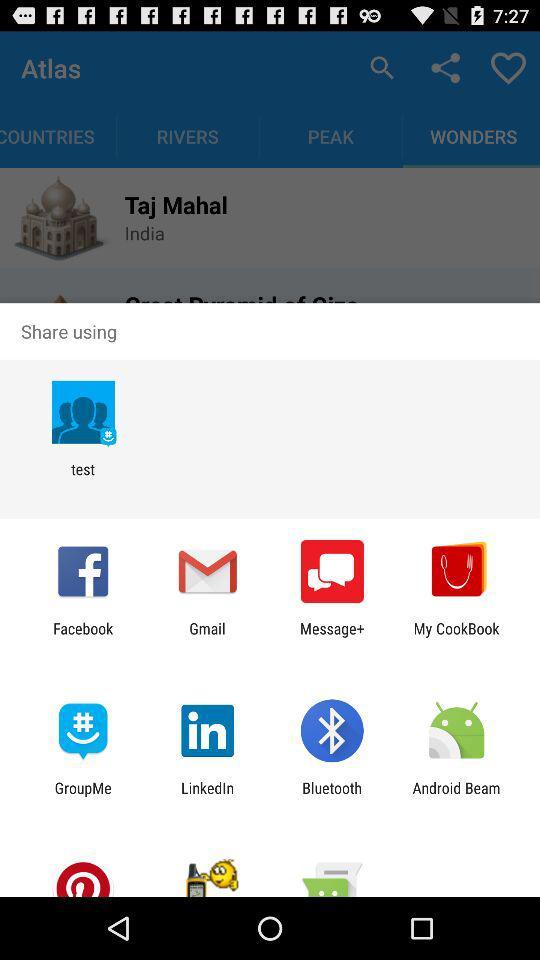 This screenshot has width=540, height=960. Describe the element at coordinates (456, 796) in the screenshot. I see `the android beam icon` at that location.